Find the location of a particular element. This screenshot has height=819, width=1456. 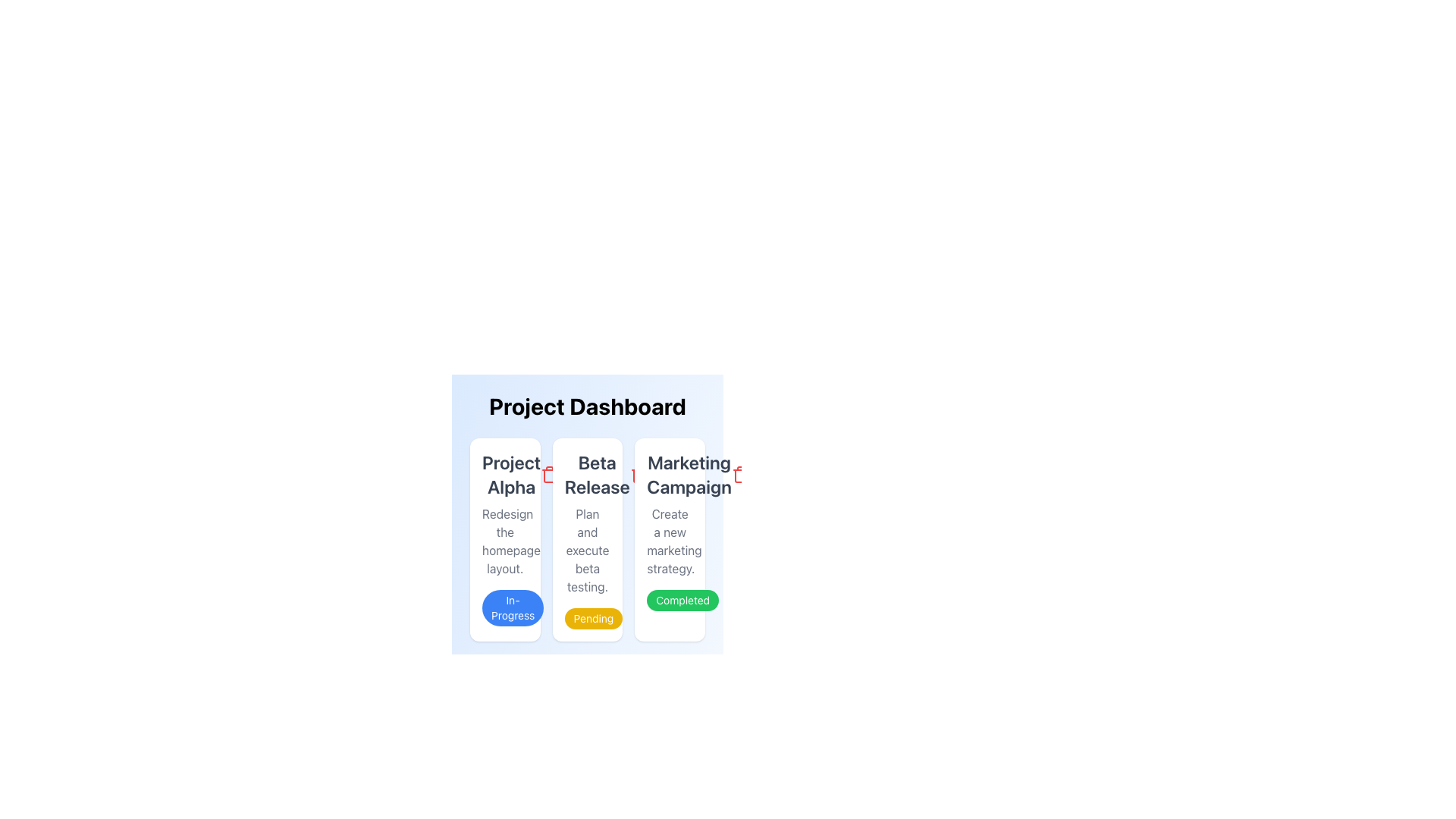

the status label styled in yellow with the text 'Pending' on the card UI component located in the middle column of the grid under the 'Project Dashboard' heading is located at coordinates (586, 539).